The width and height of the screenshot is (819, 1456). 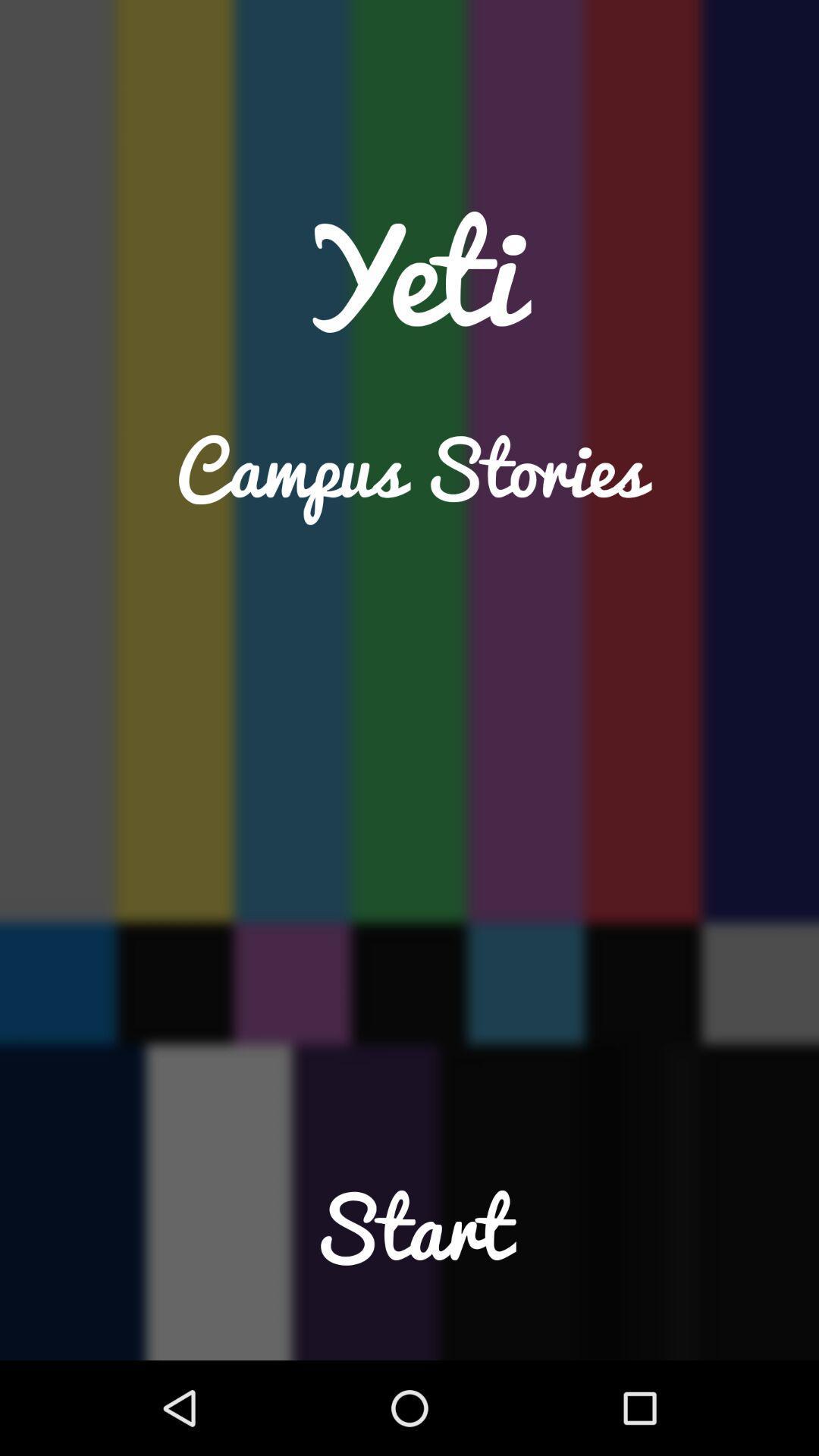 I want to click on app at the bottom, so click(x=409, y=1259).